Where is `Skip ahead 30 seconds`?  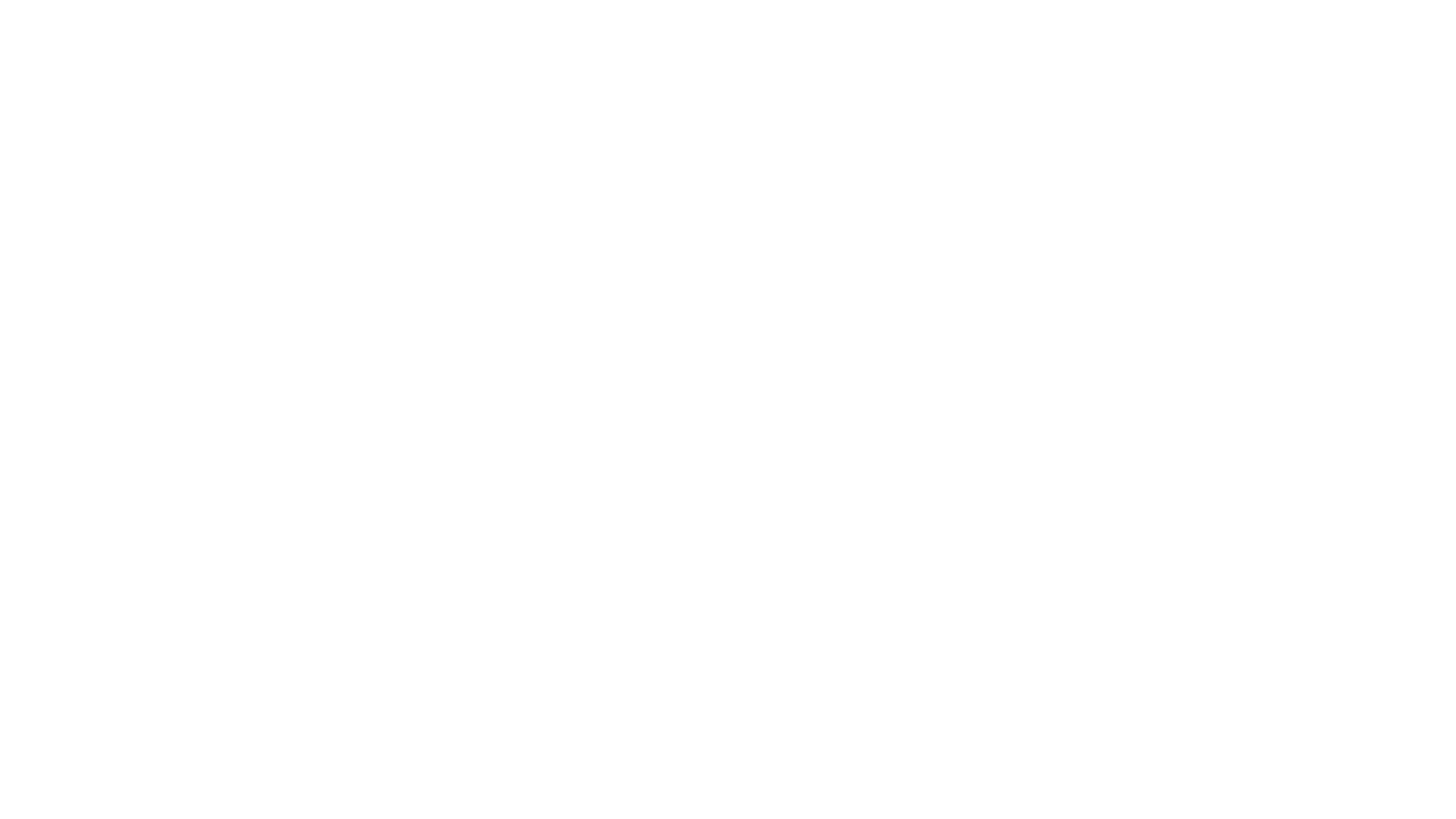
Skip ahead 30 seconds is located at coordinates (124, 788).